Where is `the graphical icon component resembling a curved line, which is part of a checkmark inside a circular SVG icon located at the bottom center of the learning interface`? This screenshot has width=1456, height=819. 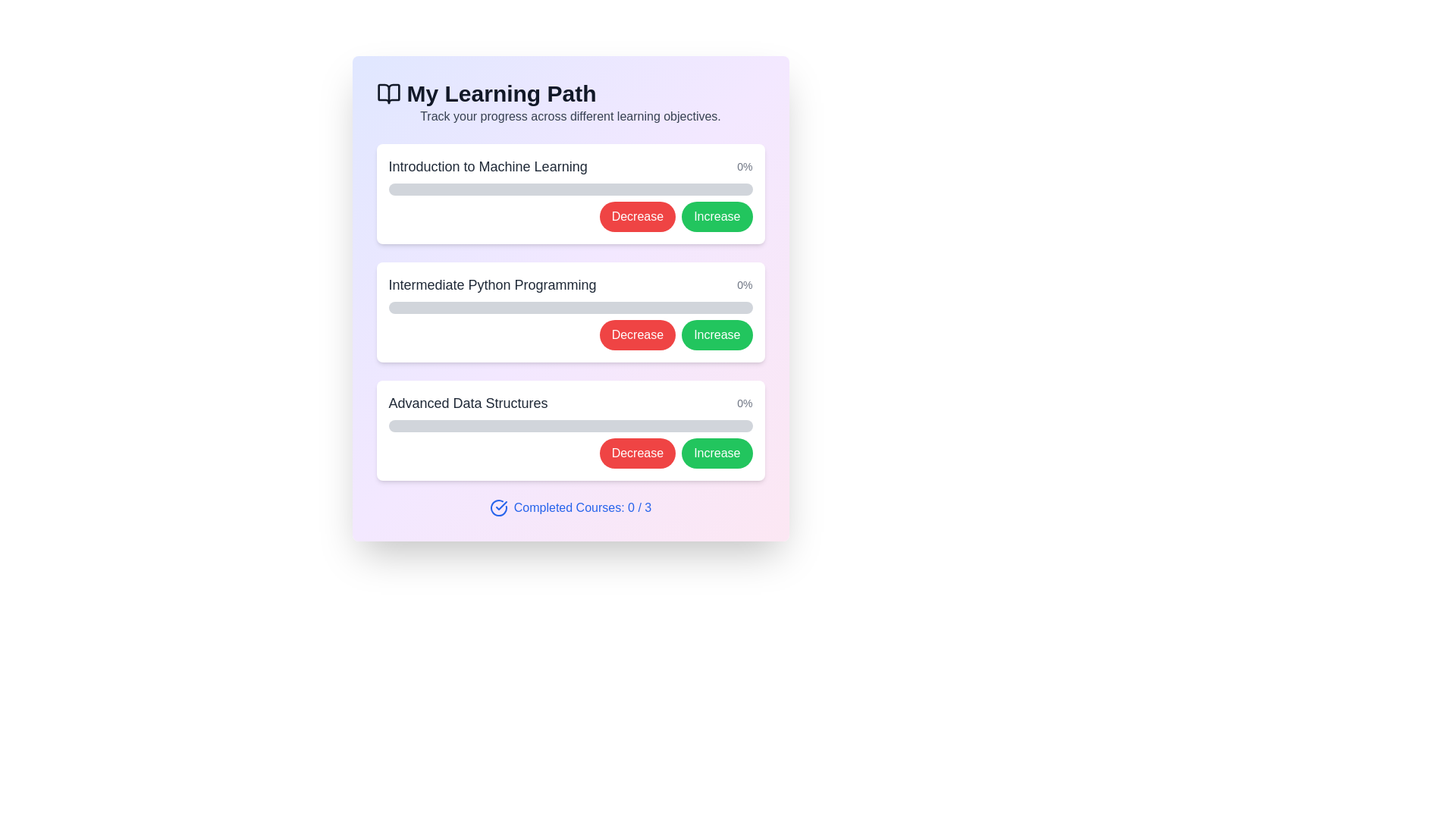 the graphical icon component resembling a curved line, which is part of a checkmark inside a circular SVG icon located at the bottom center of the learning interface is located at coordinates (498, 508).